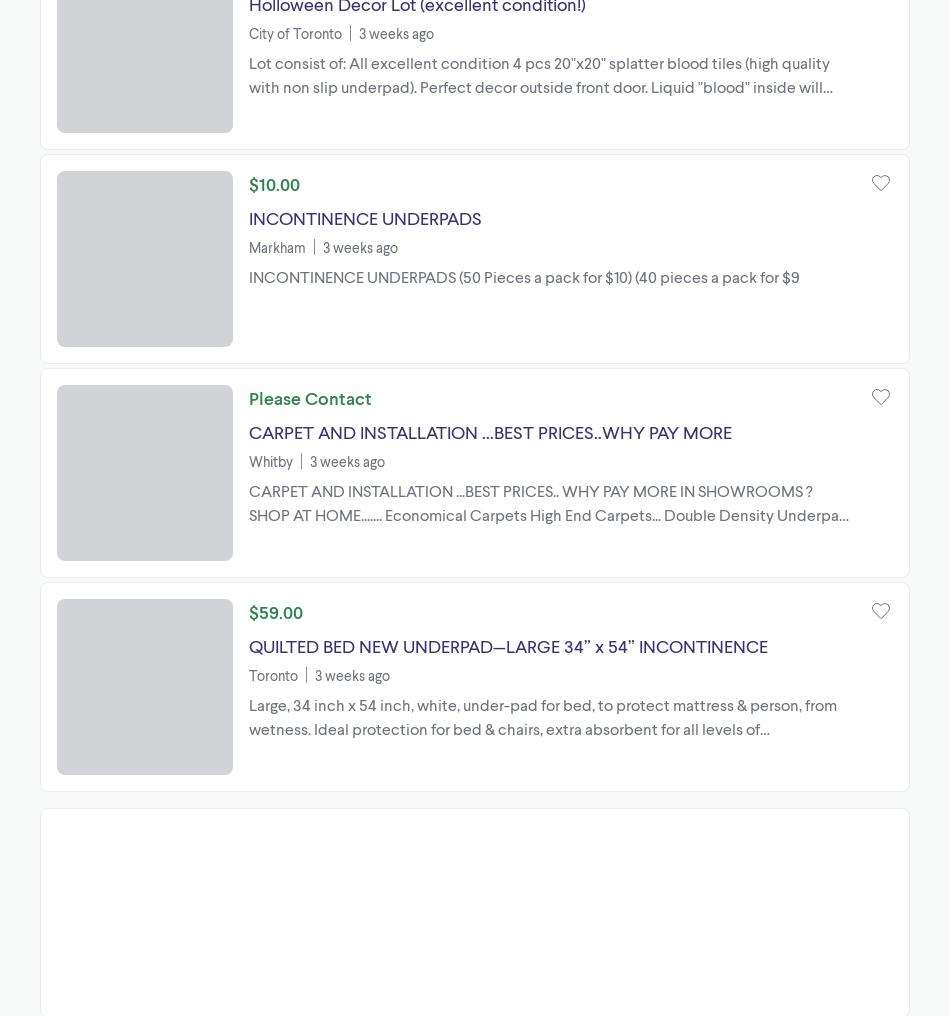 Image resolution: width=950 pixels, height=1016 pixels. Describe the element at coordinates (524, 274) in the screenshot. I see `'INCONTINENCE UNDERPADS (50 Pieces a pack for $10) (40 pieces a pack for $9'` at that location.